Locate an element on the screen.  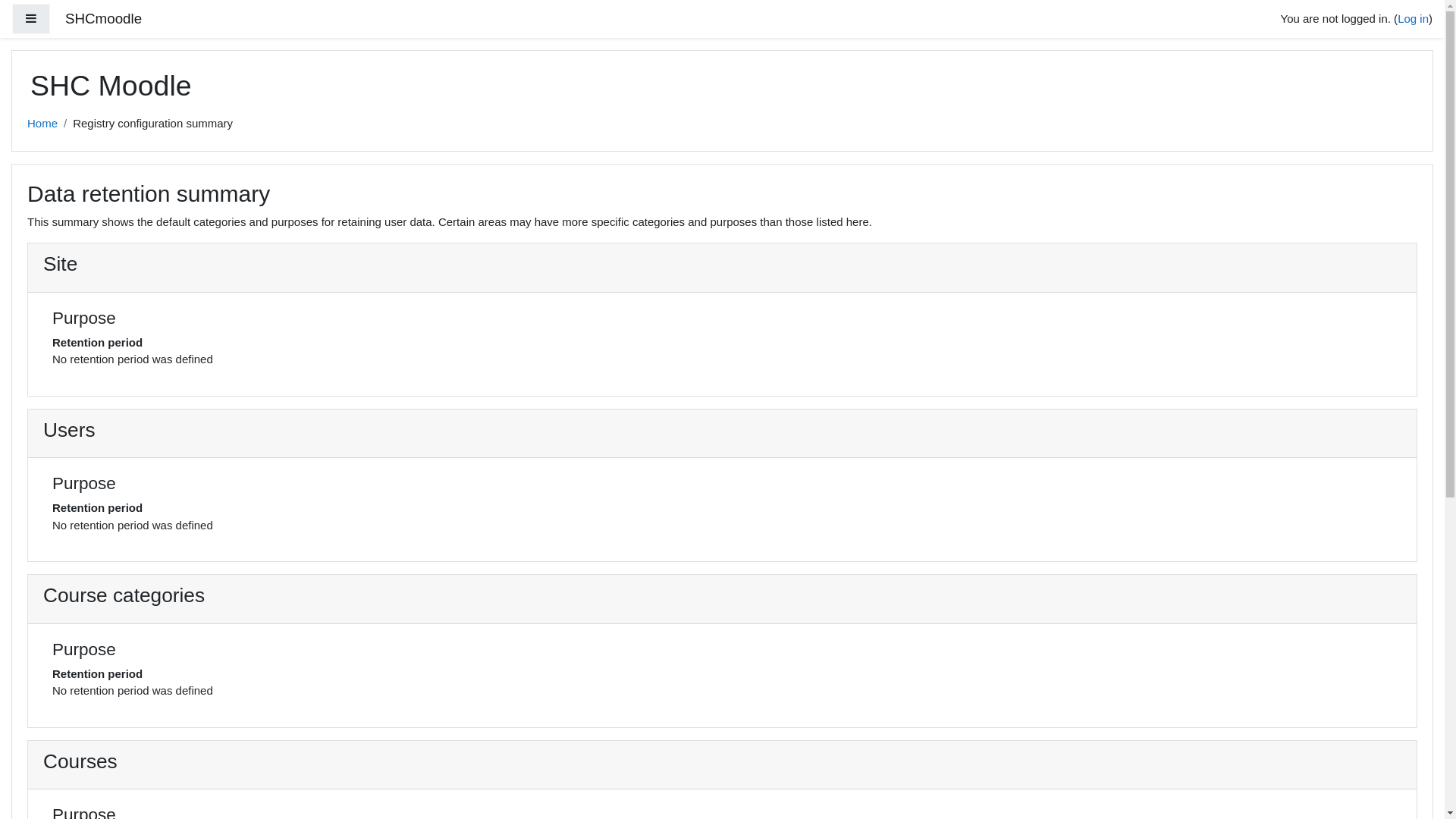
'Log in' is located at coordinates (1412, 18).